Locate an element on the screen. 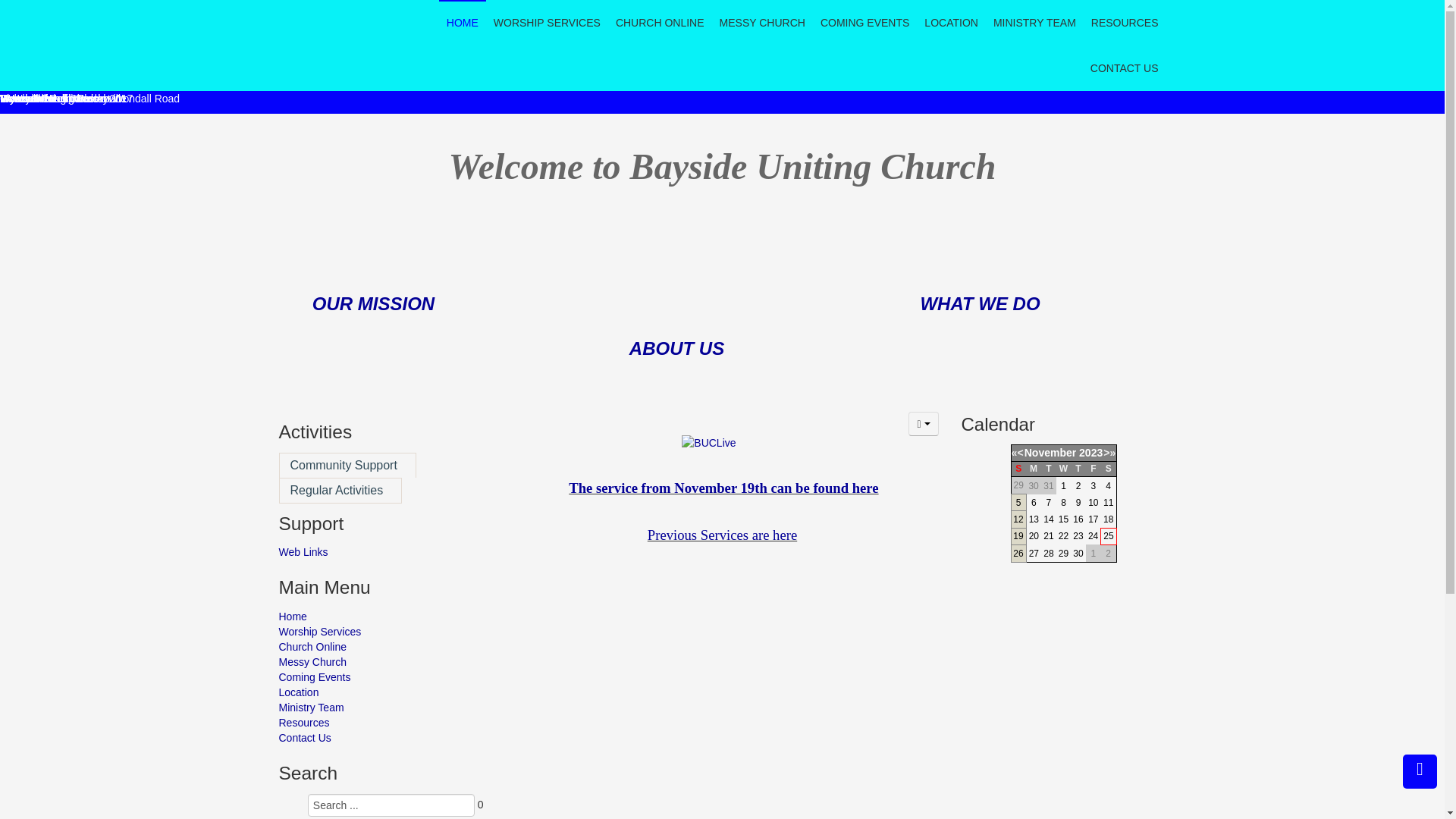 This screenshot has height=819, width=1456. '14' is located at coordinates (1047, 519).